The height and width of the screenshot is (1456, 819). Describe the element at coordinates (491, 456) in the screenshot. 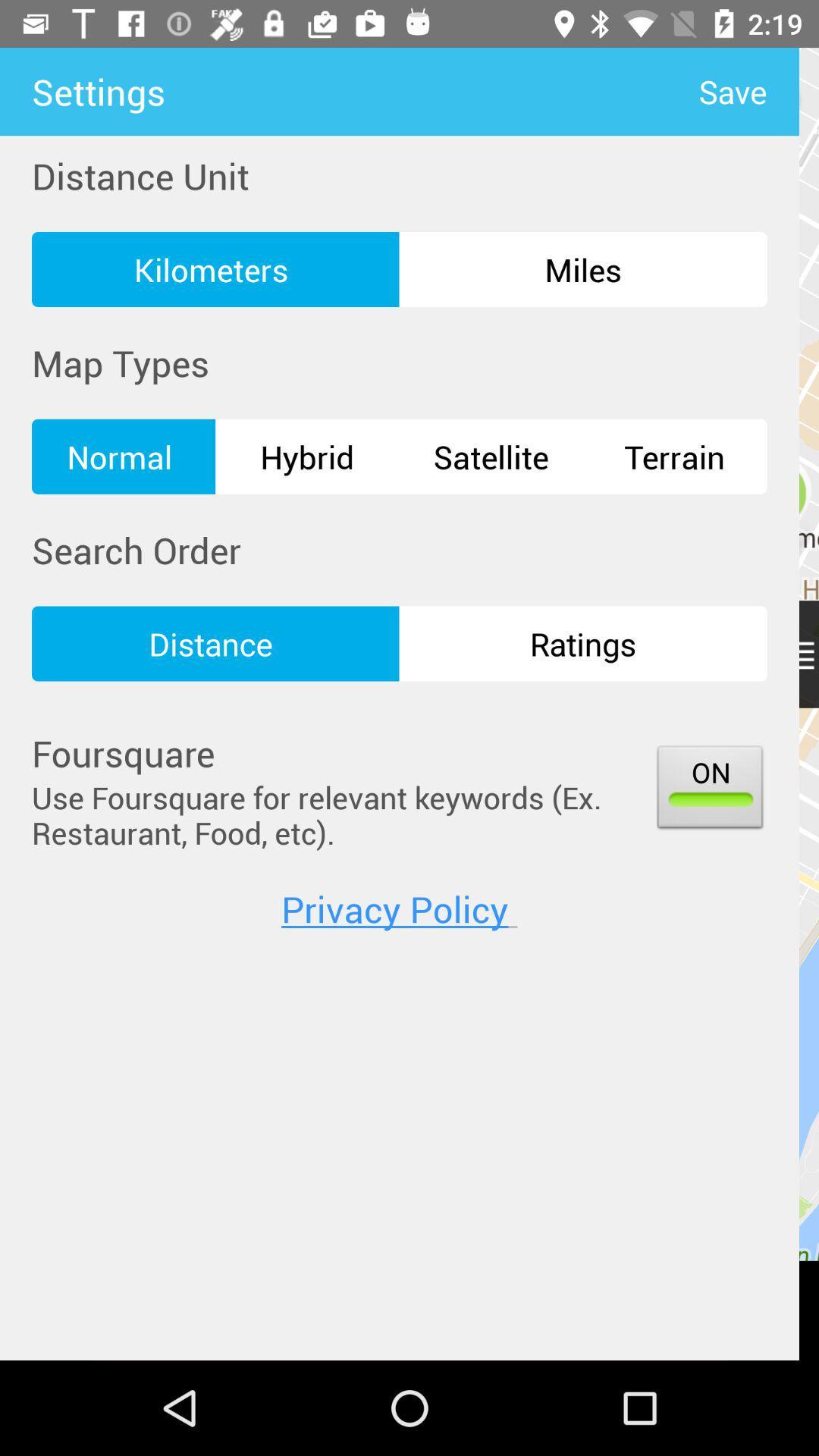

I see `the item above distance` at that location.